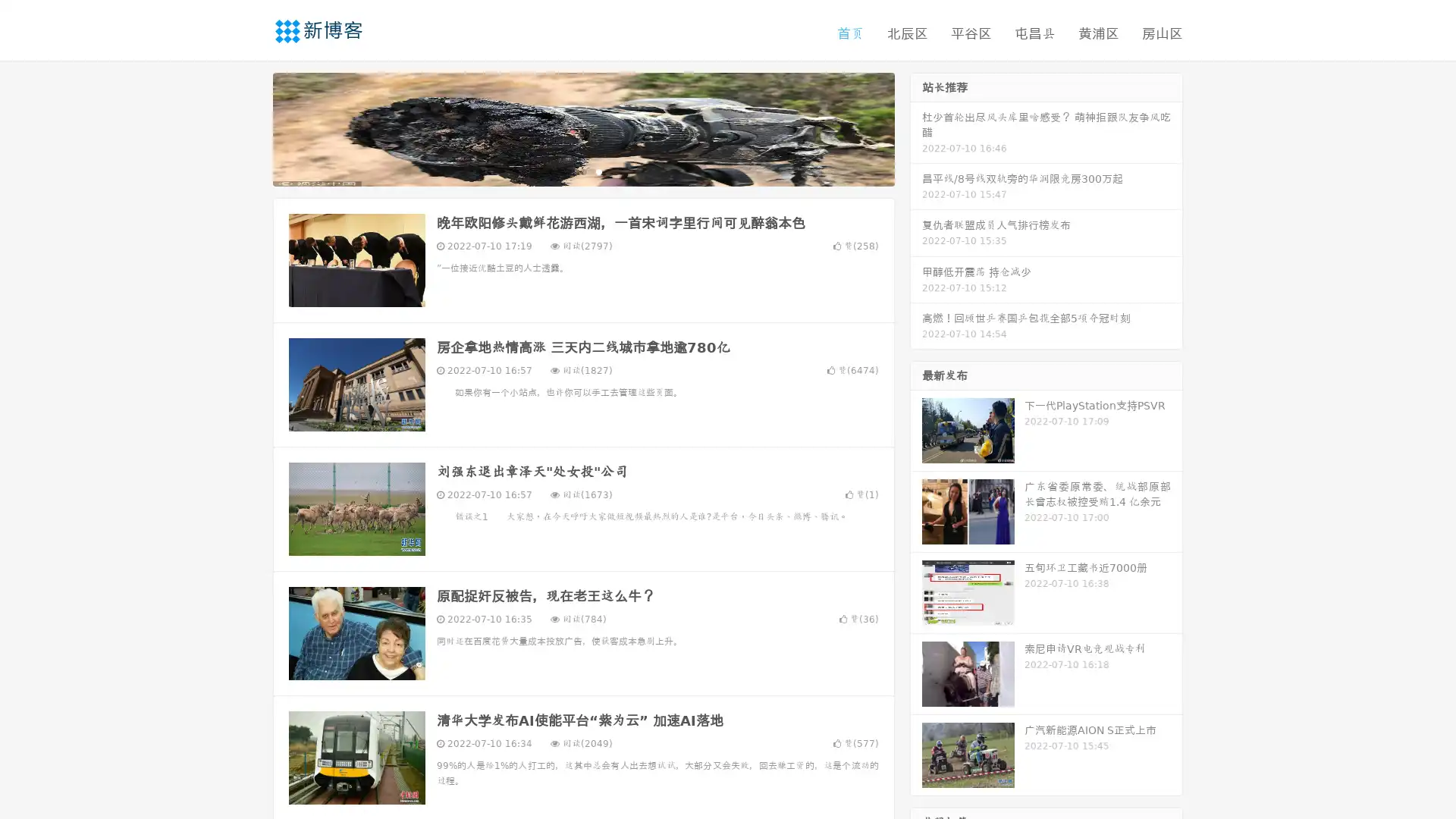 Image resolution: width=1456 pixels, height=819 pixels. Describe the element at coordinates (567, 171) in the screenshot. I see `Go to slide 1` at that location.